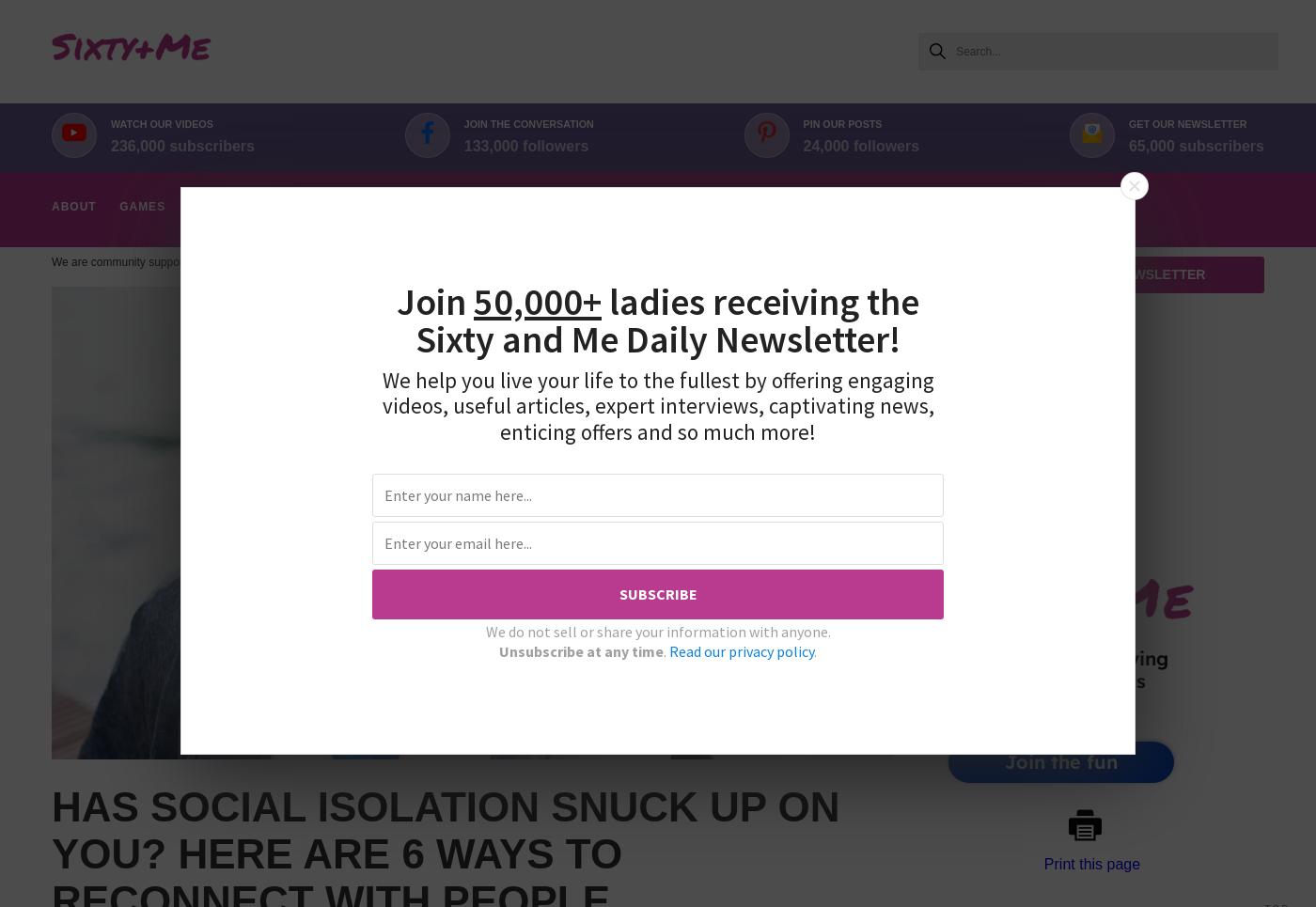 The height and width of the screenshot is (907, 1316). Describe the element at coordinates (208, 207) in the screenshot. I see `'Aging'` at that location.